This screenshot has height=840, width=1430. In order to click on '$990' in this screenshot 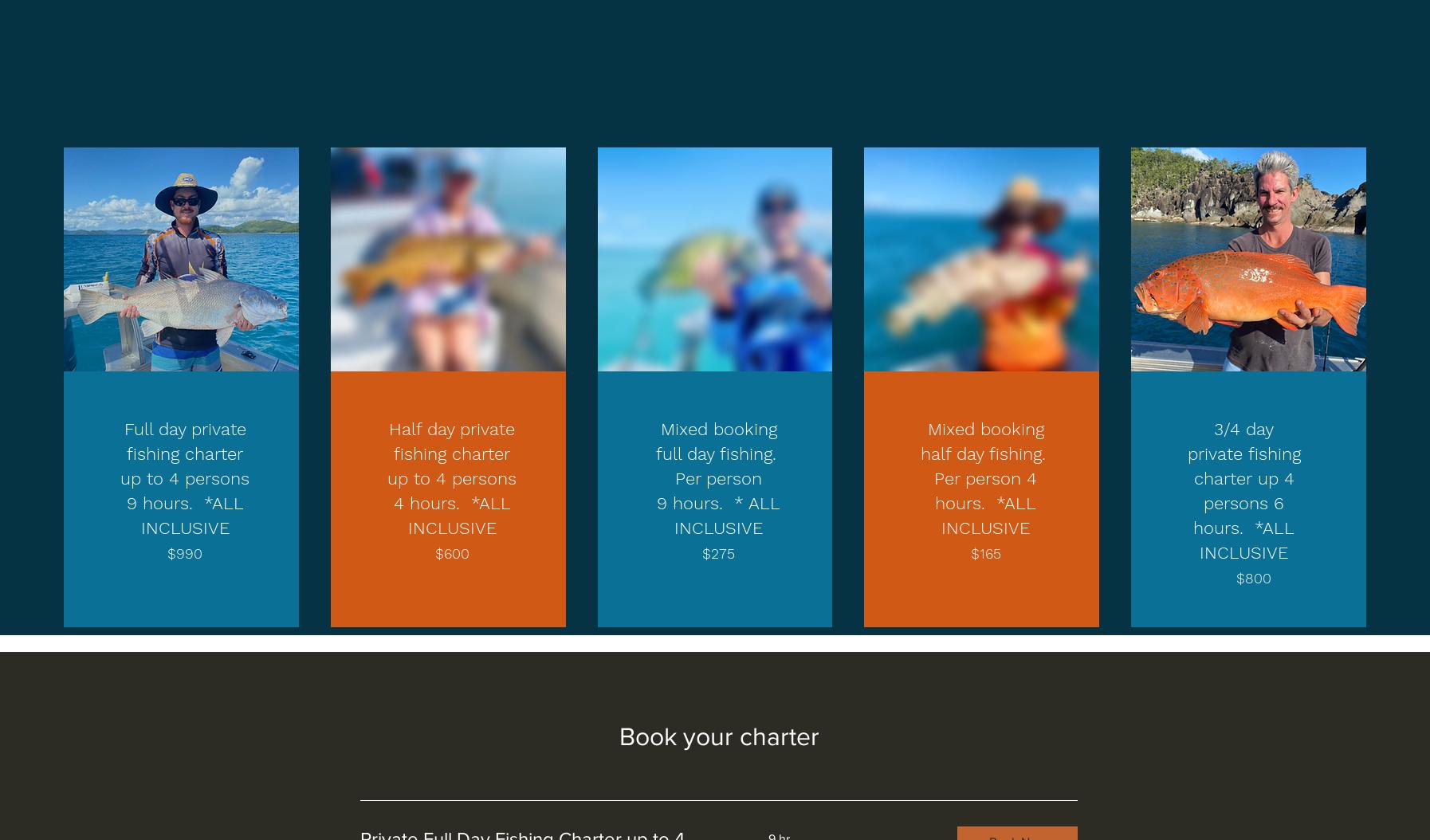, I will do `click(183, 552)`.